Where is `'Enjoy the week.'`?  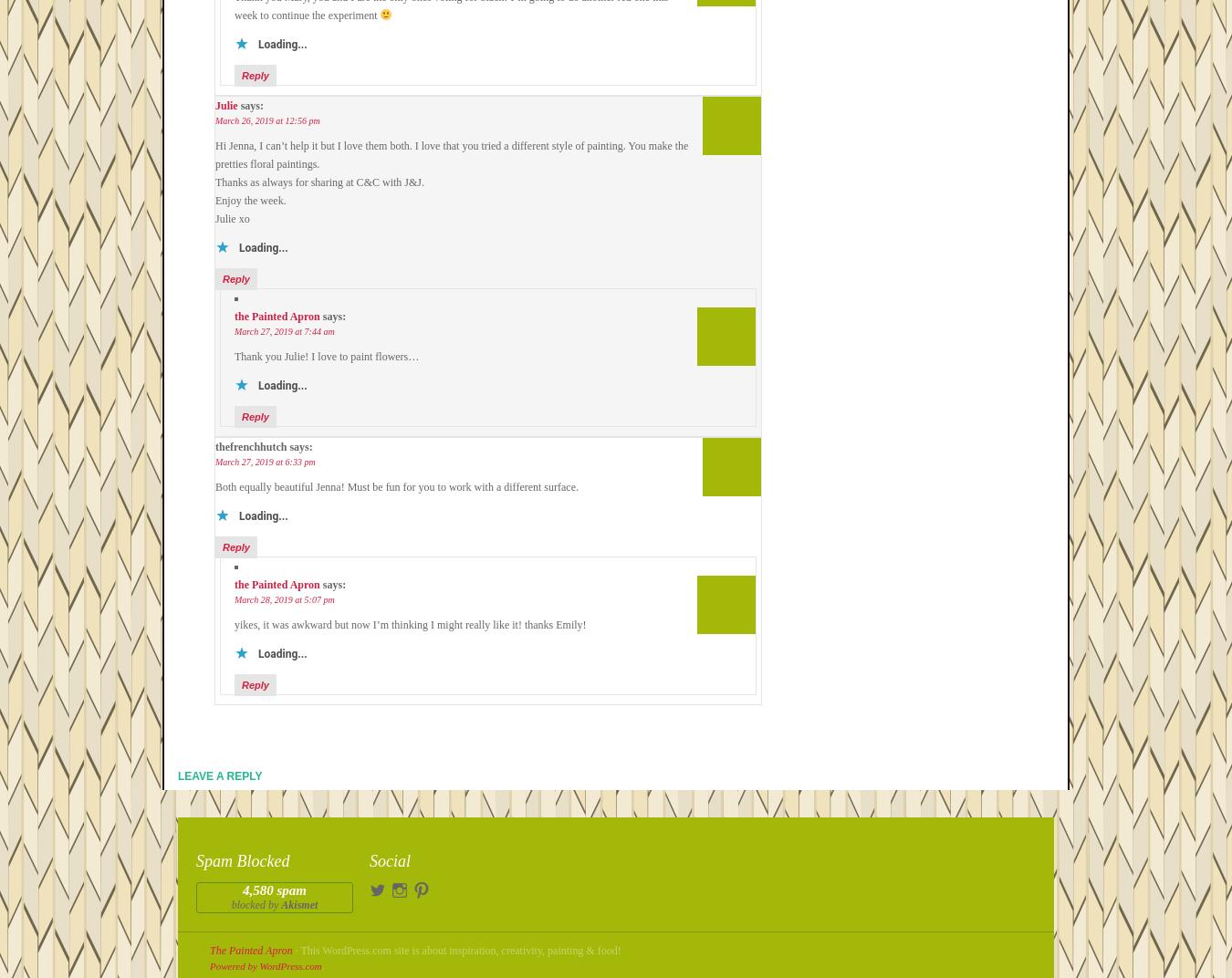
'Enjoy the week.' is located at coordinates (249, 200).